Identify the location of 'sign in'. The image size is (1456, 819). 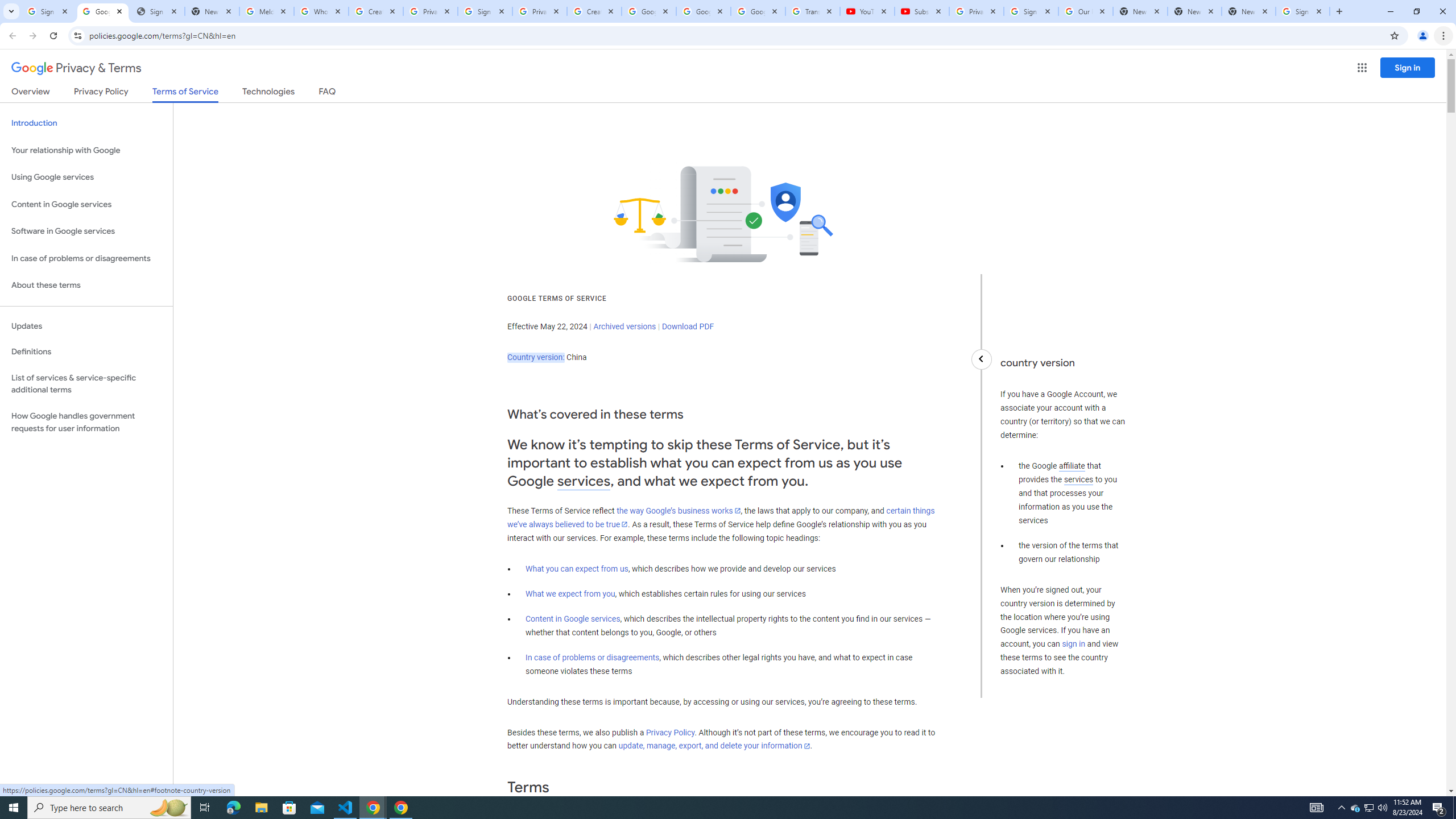
(1073, 644).